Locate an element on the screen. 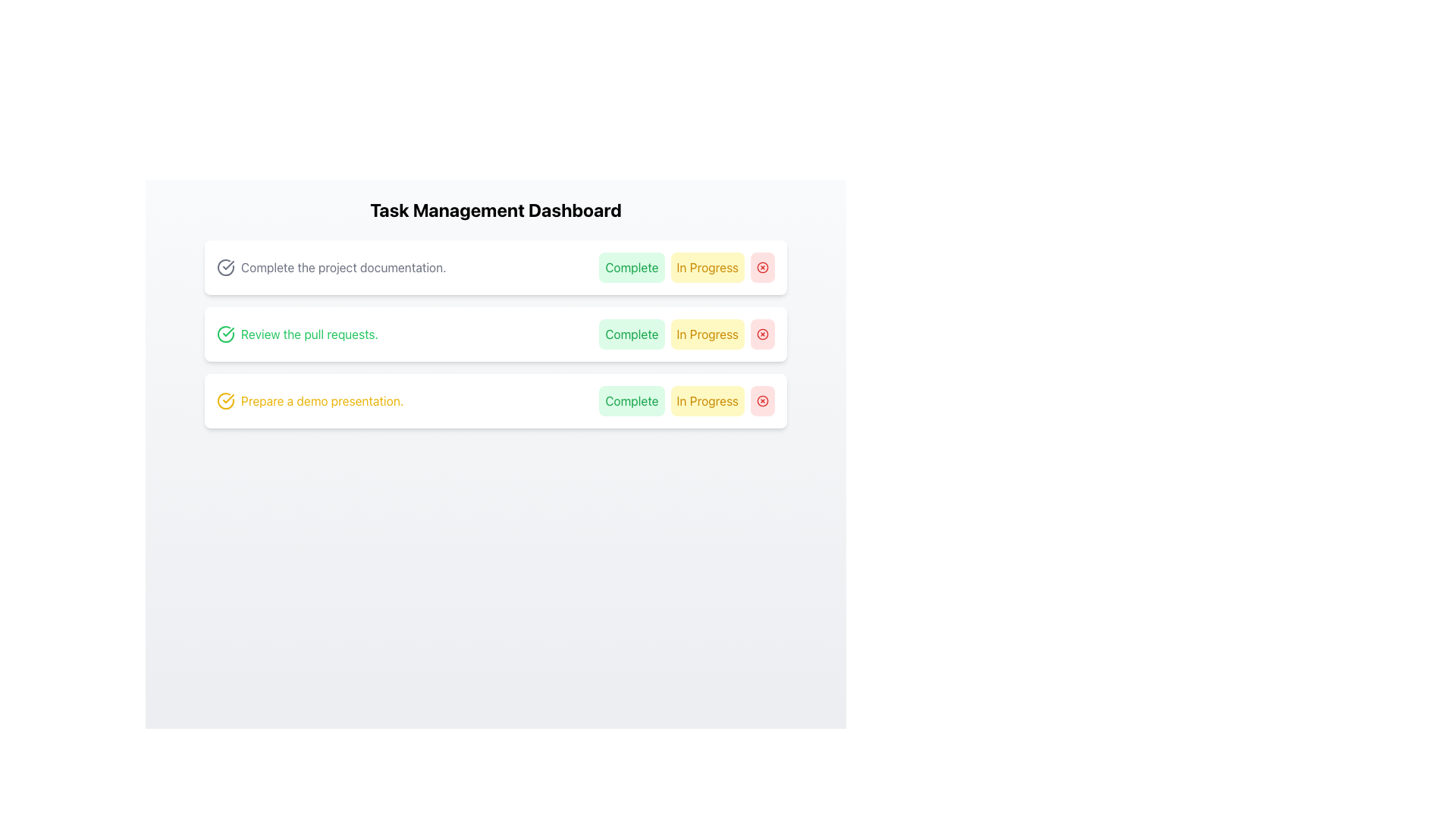  the 'In Progress' button located in the middle row of the task list, positioned between the 'Complete' button and a circular red button with a cross icon for keyboard navigation is located at coordinates (707, 333).